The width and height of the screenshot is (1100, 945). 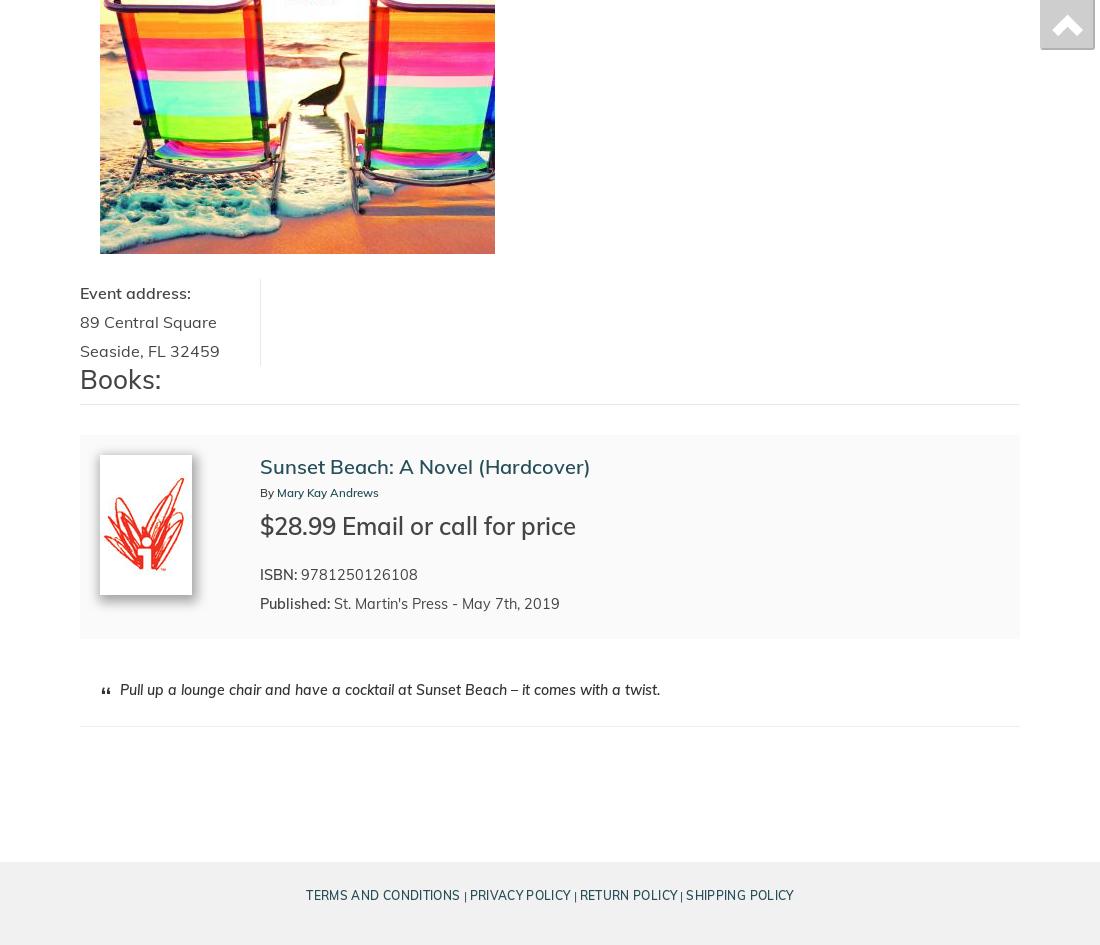 I want to click on '32459', so click(x=194, y=349).